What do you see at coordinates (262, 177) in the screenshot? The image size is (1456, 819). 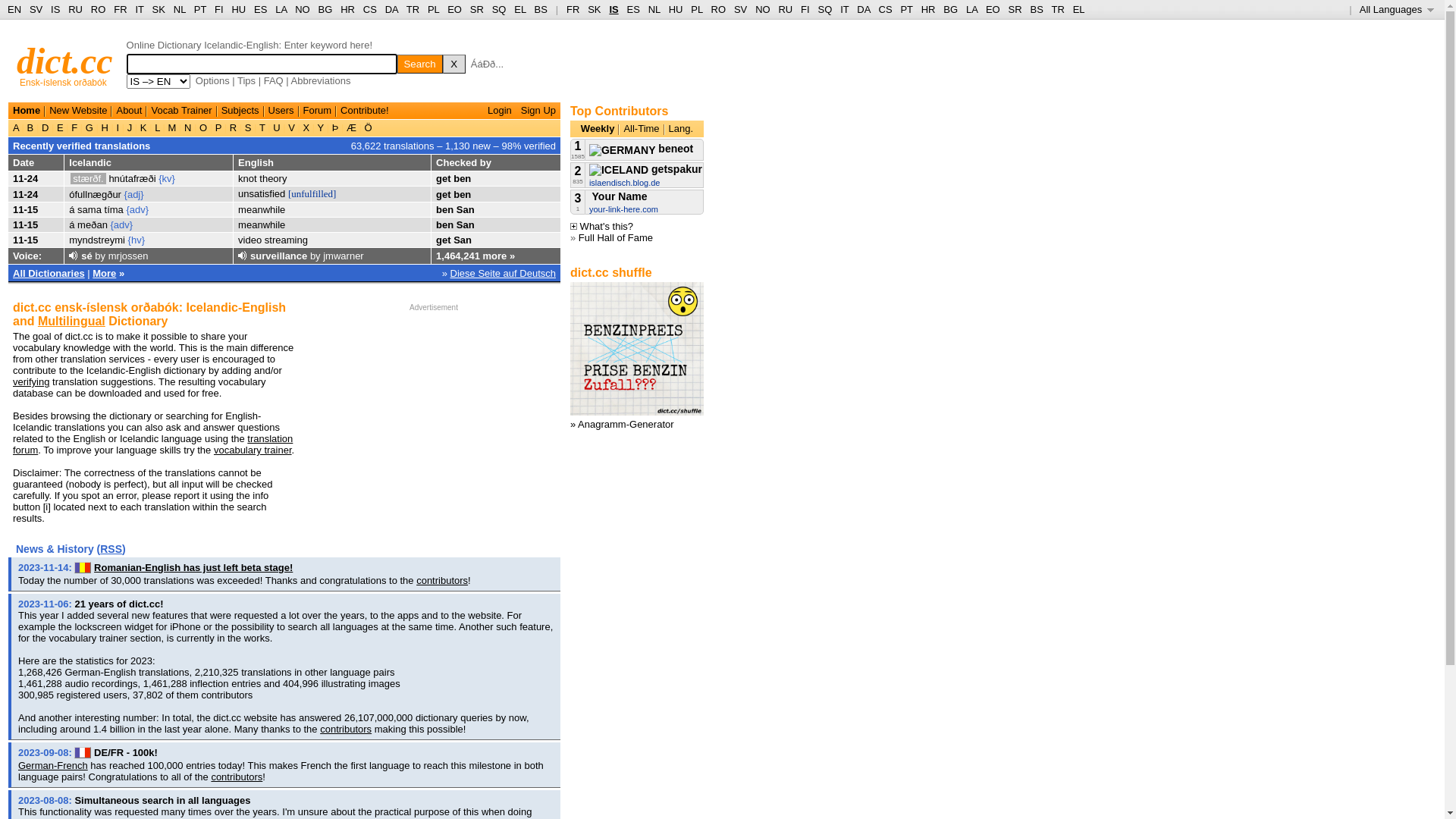 I see `'knot theory'` at bounding box center [262, 177].